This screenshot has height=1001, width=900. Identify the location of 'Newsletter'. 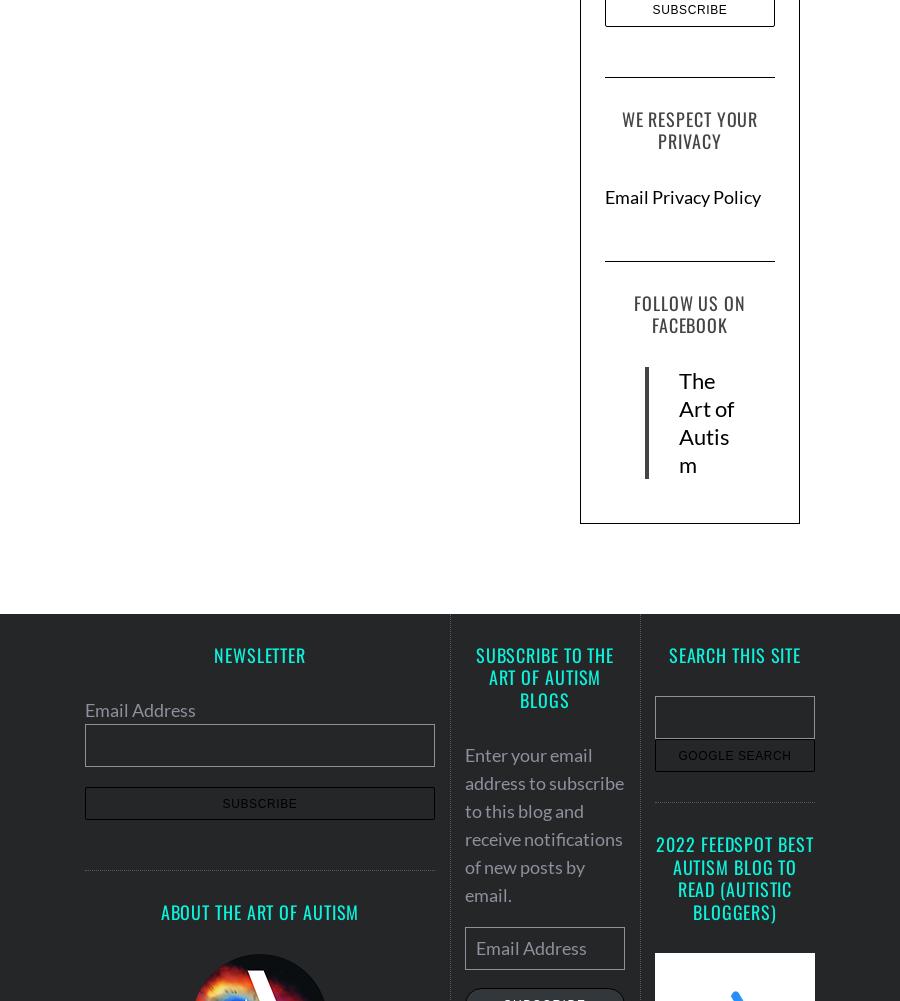
(259, 652).